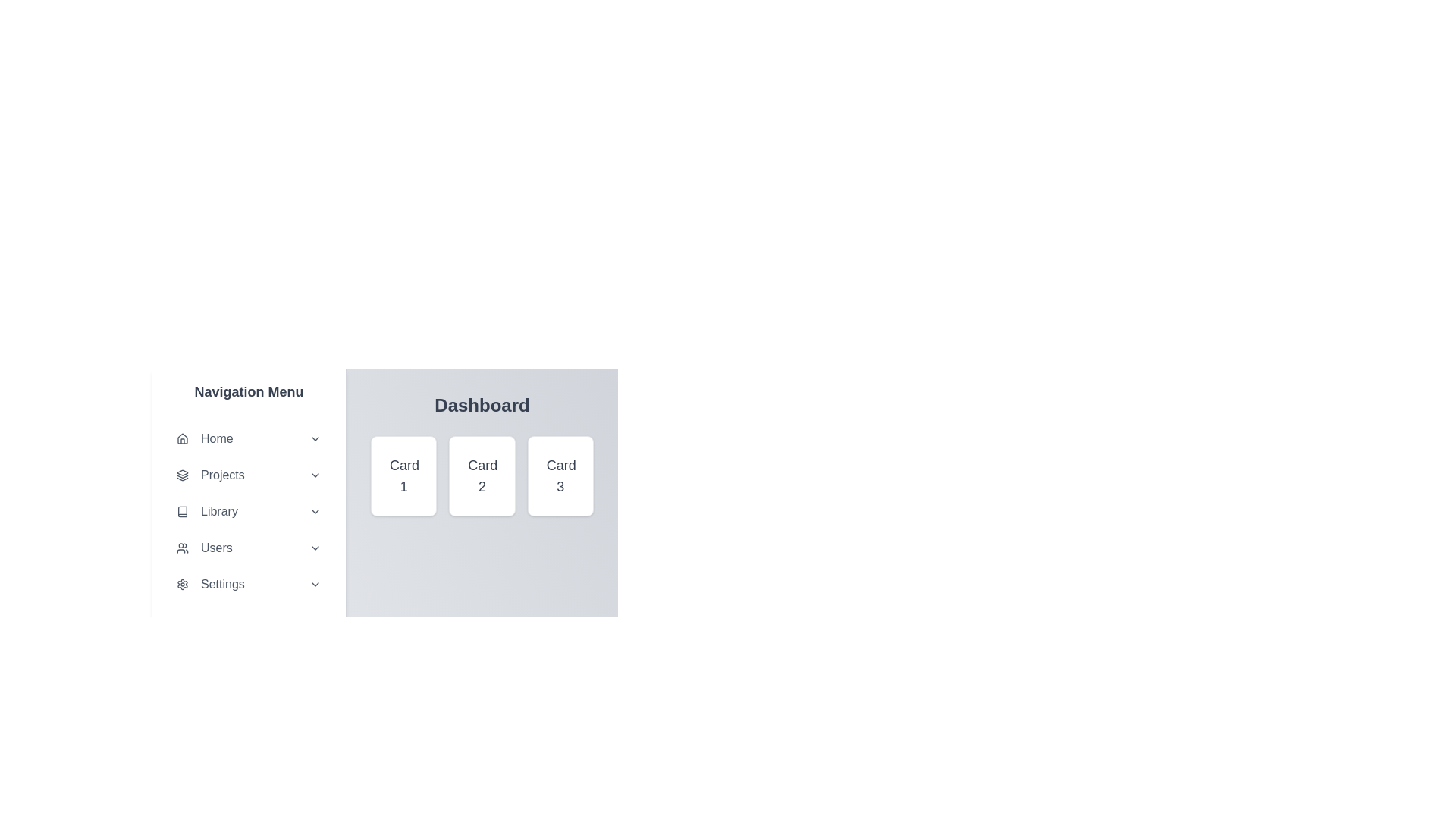  I want to click on the 'Home' icon in the vertical navigation menu which resembles a house outline, so click(182, 438).